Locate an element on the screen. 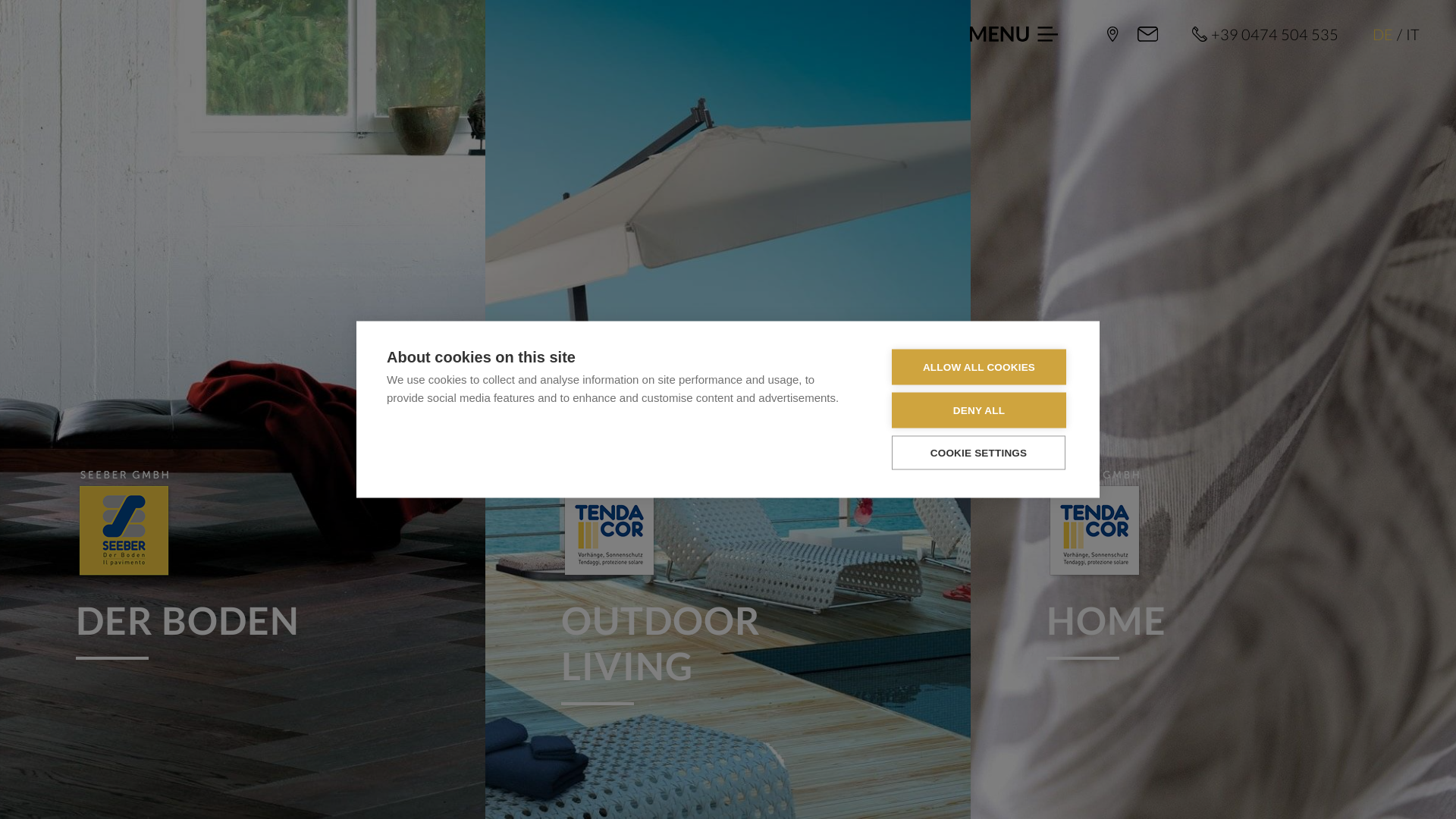 This screenshot has height=819, width=1456. '+39 0474 504 535' is located at coordinates (1265, 34).